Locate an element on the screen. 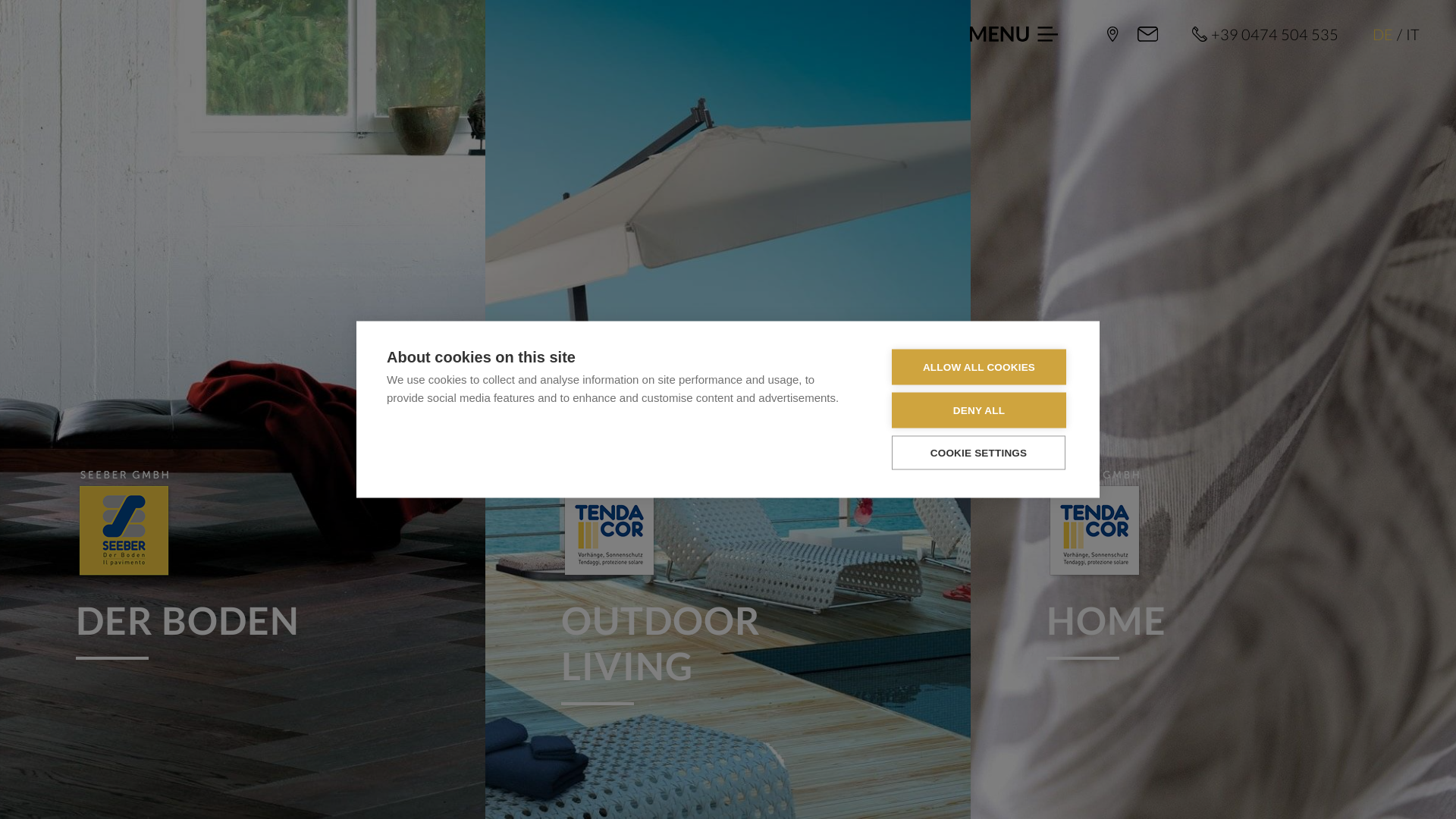 This screenshot has height=819, width=1456. '+39 0474 504 535' is located at coordinates (1265, 34).